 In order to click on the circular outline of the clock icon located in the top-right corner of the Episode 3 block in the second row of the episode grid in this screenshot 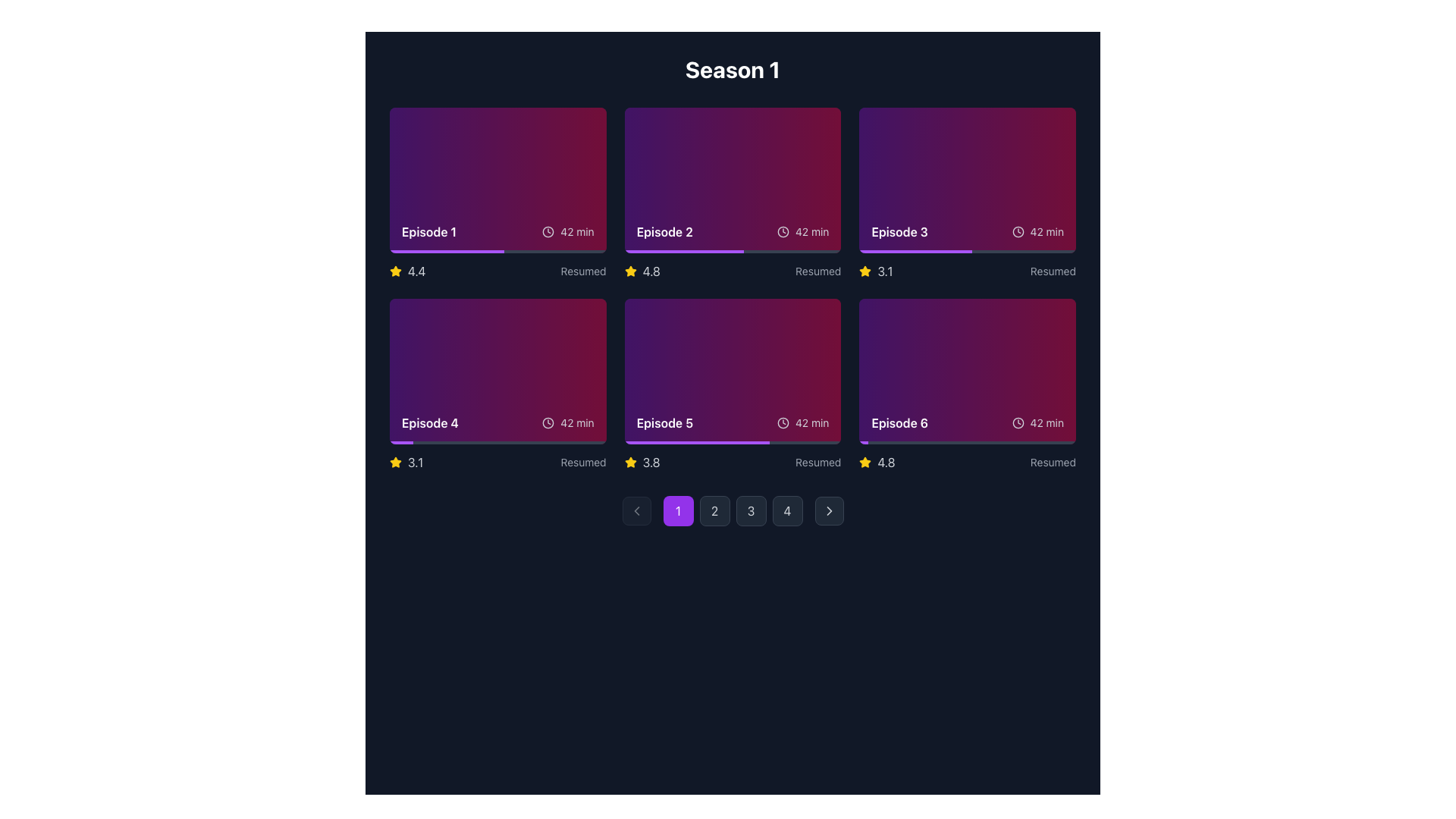, I will do `click(1018, 231)`.